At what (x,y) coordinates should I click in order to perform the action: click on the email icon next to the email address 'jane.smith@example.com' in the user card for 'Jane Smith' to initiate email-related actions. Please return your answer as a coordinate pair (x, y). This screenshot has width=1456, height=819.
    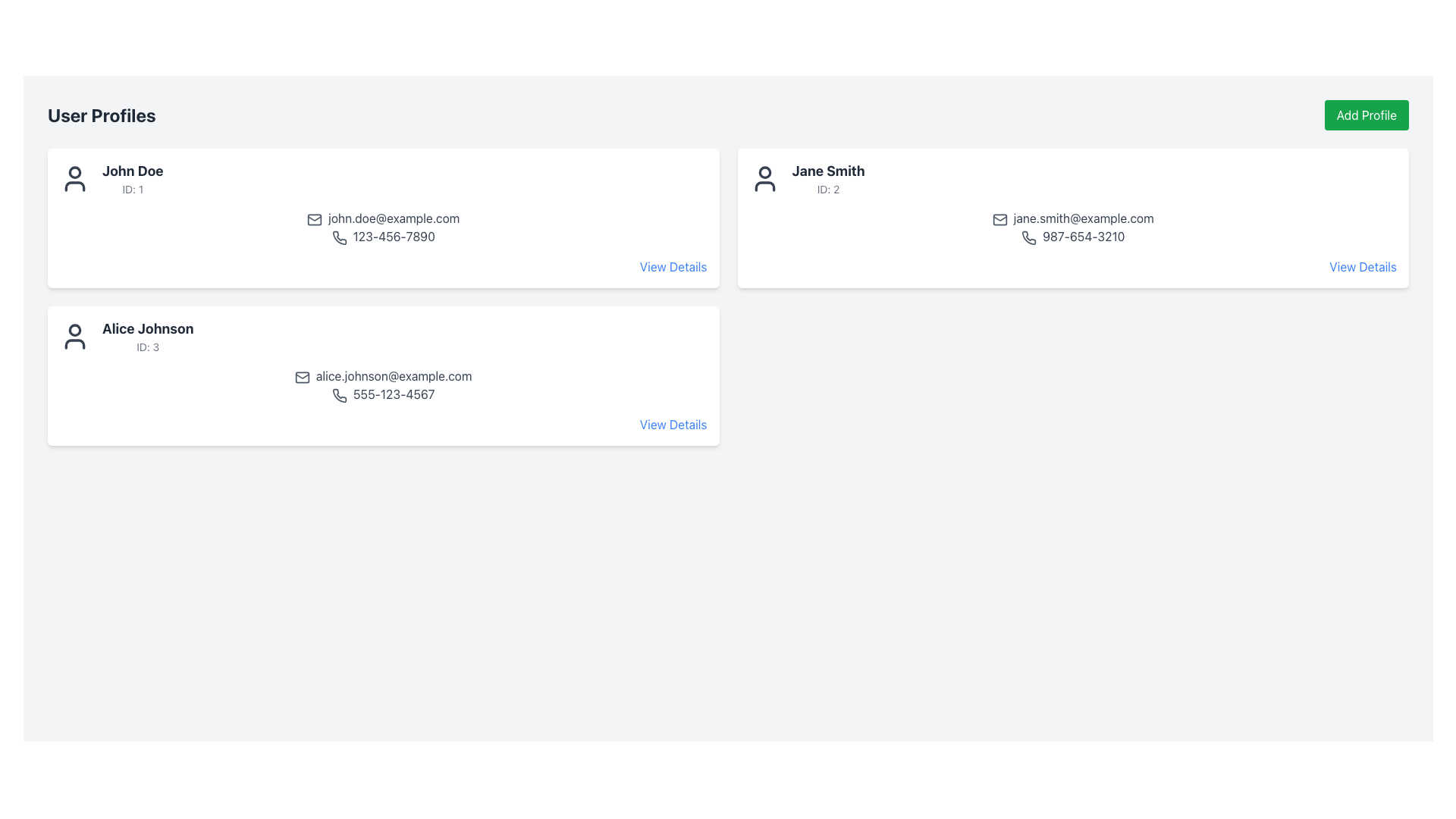
    Looking at the image, I should click on (999, 219).